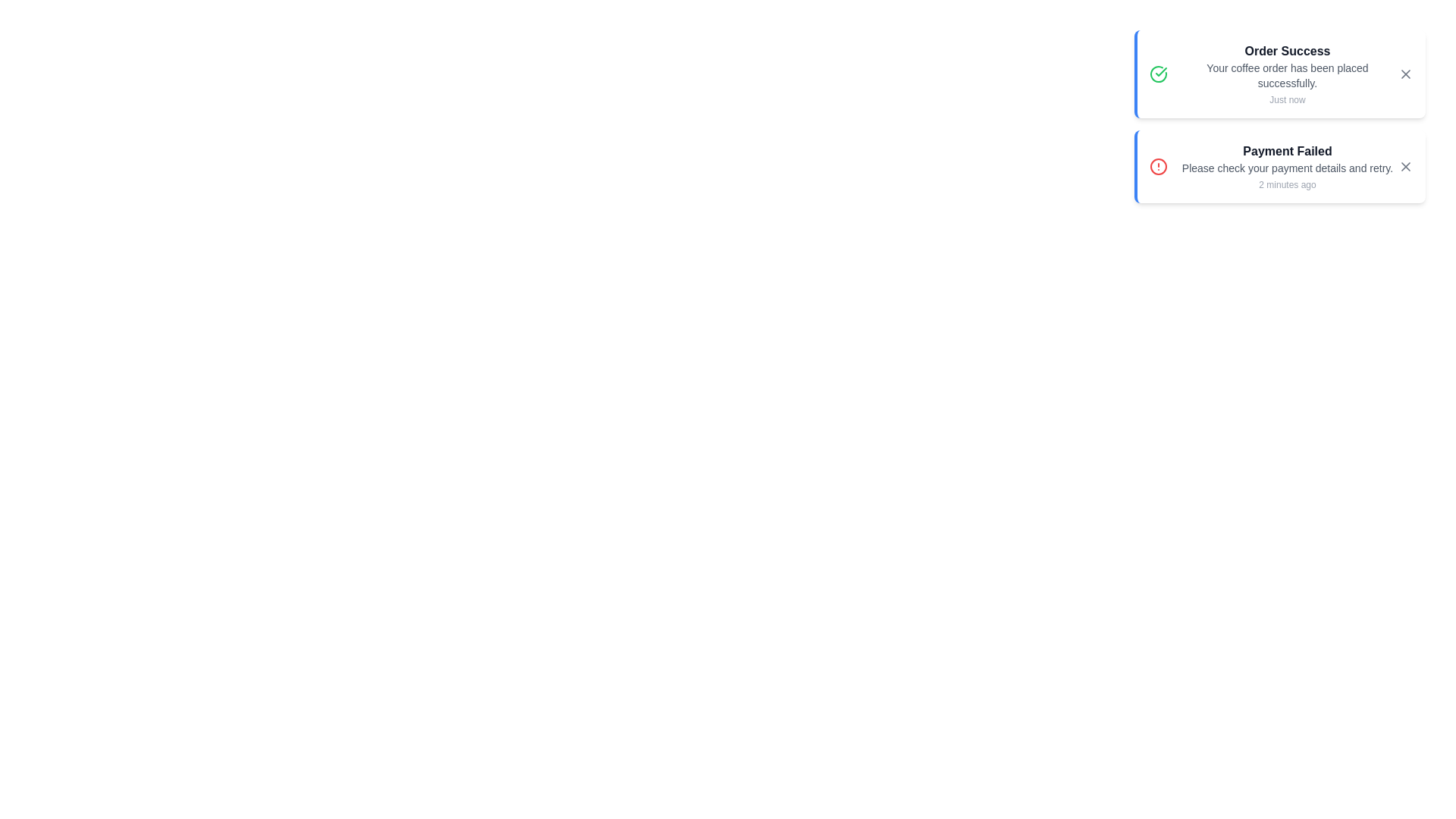  What do you see at coordinates (1157, 166) in the screenshot?
I see `the icon of the notification card with title Payment Failed` at bounding box center [1157, 166].